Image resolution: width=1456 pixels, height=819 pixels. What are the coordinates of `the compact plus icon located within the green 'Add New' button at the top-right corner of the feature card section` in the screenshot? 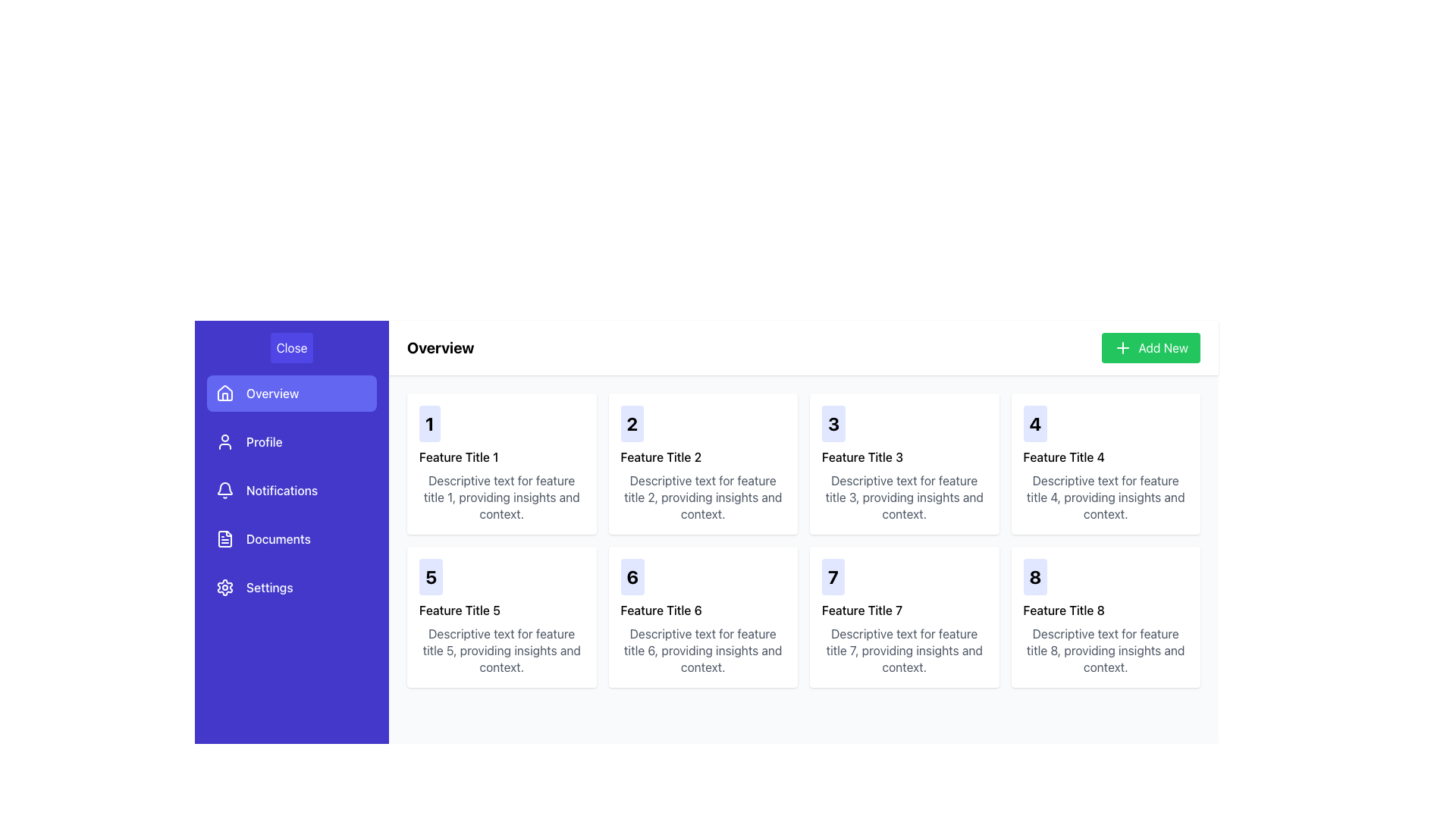 It's located at (1123, 348).